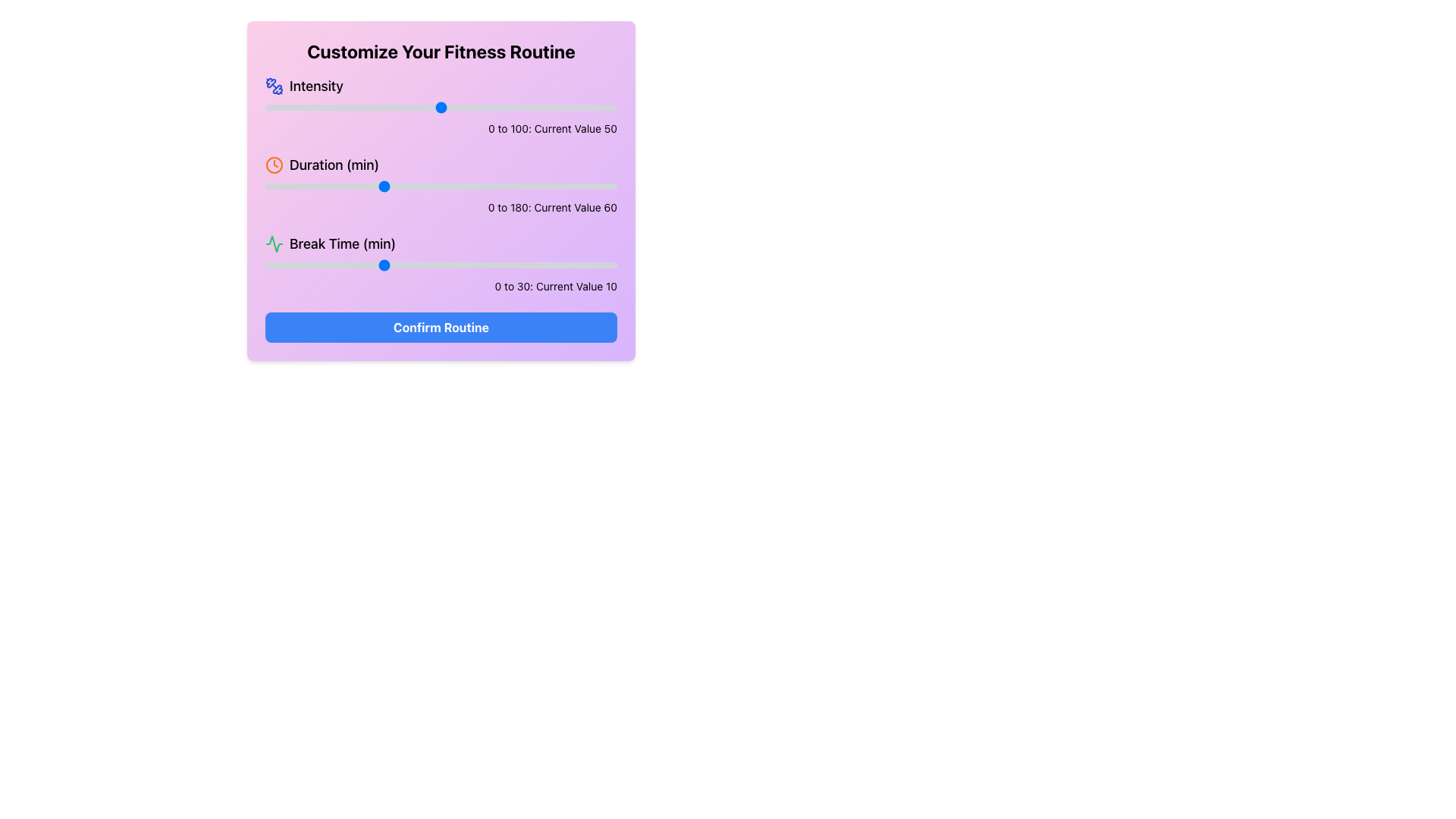 The width and height of the screenshot is (1456, 819). Describe the element at coordinates (440, 327) in the screenshot. I see `the 'Confirm Routine' button, which has a blue background and white text, located at the bottom of the 'Customize Your Fitness Routine' section` at that location.